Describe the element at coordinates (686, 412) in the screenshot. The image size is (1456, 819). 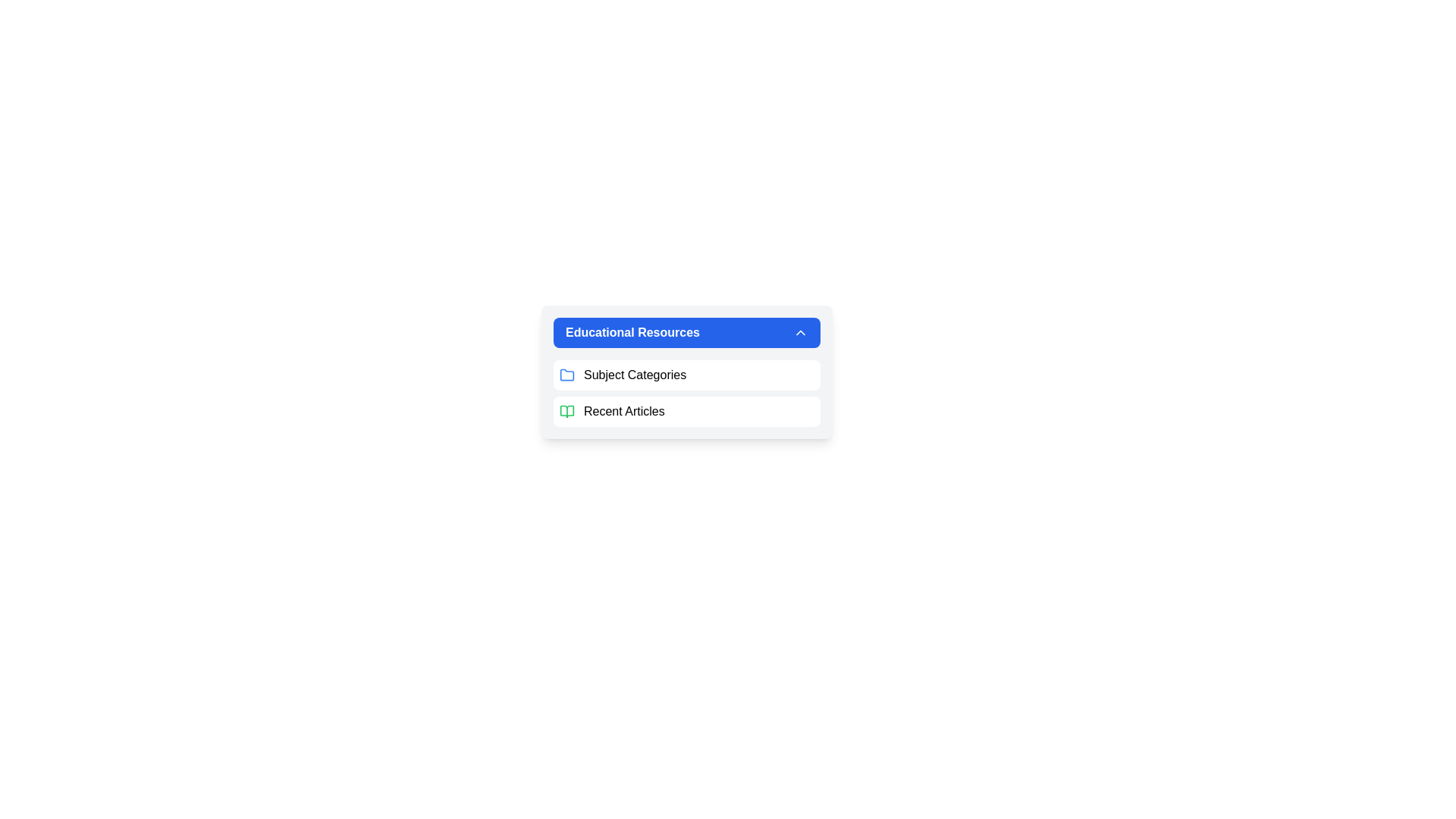
I see `the second clickable list item or button under 'Educational Resources'` at that location.